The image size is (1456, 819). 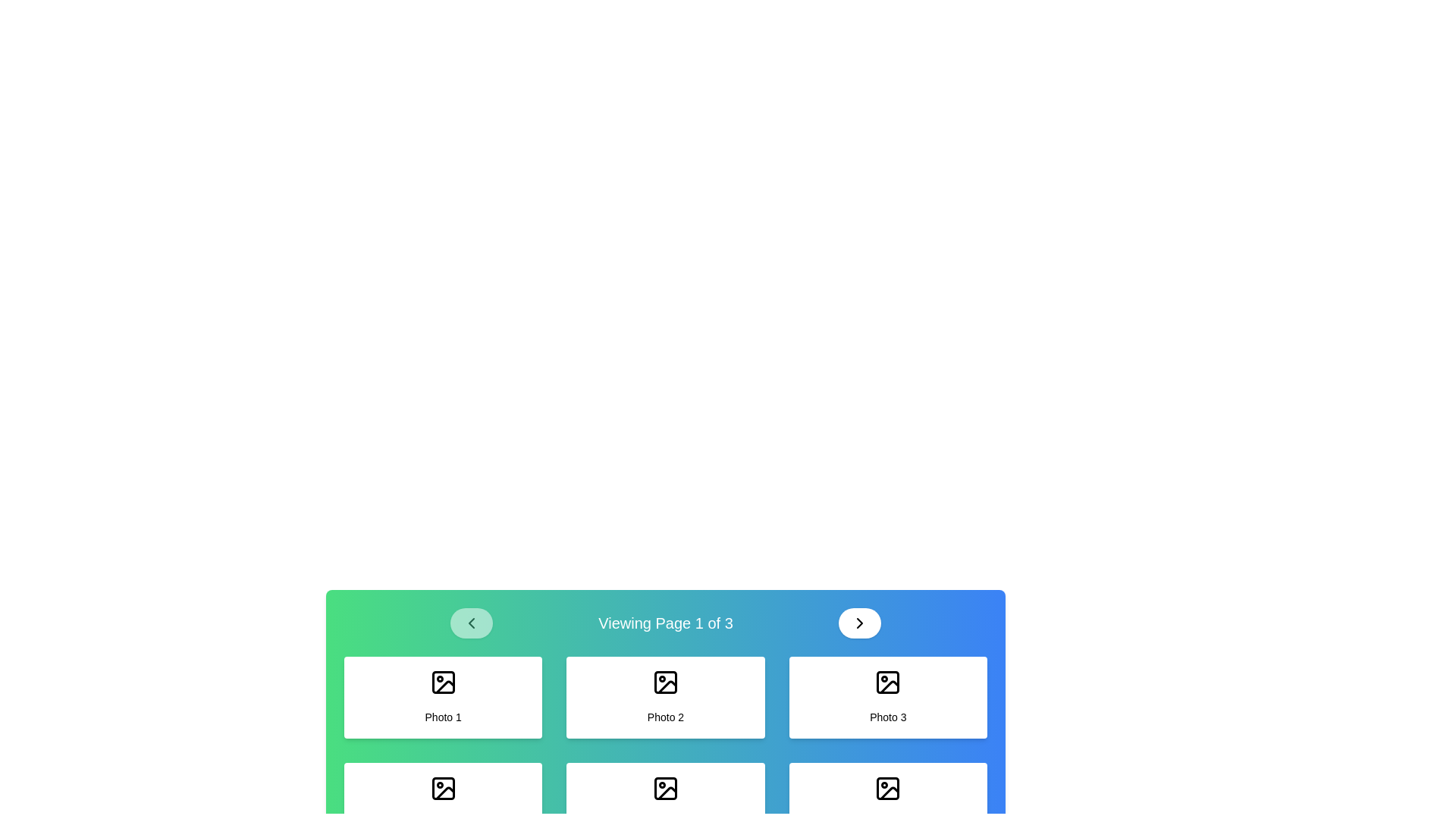 I want to click on the photo icon within the card labeled 'Photo 5', located in the second row, third column of the grid layout, so click(x=666, y=788).